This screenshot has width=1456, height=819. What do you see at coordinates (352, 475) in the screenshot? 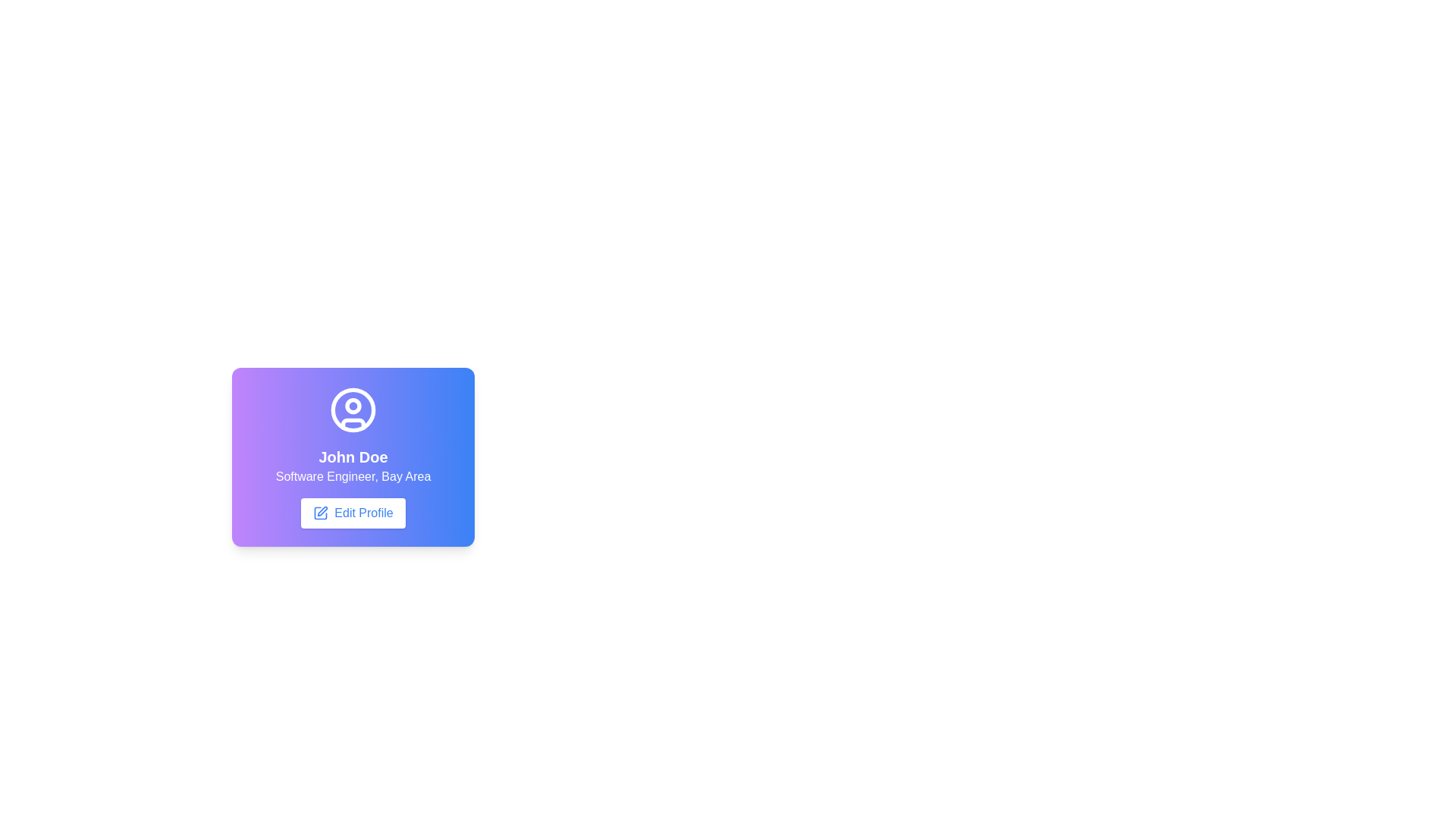
I see `the static text component that reads 'Software Engineer, Bay Area', which is displayed in a medium-sized white font against a purple-to-blue gradient background, positioned below 'John Doe' and above the 'Edit Profile' button` at bounding box center [352, 475].